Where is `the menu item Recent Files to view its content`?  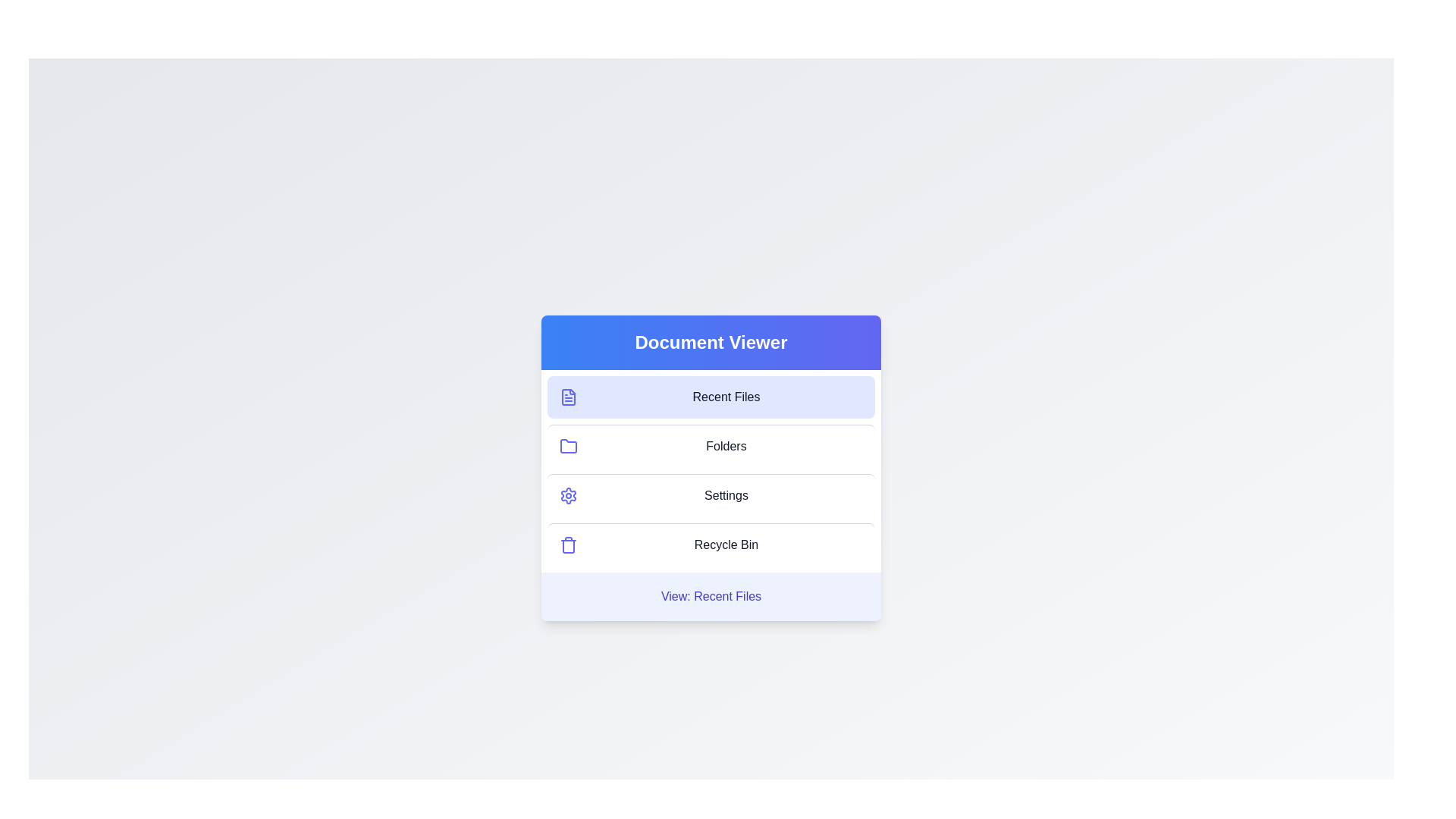
the menu item Recent Files to view its content is located at coordinates (710, 396).